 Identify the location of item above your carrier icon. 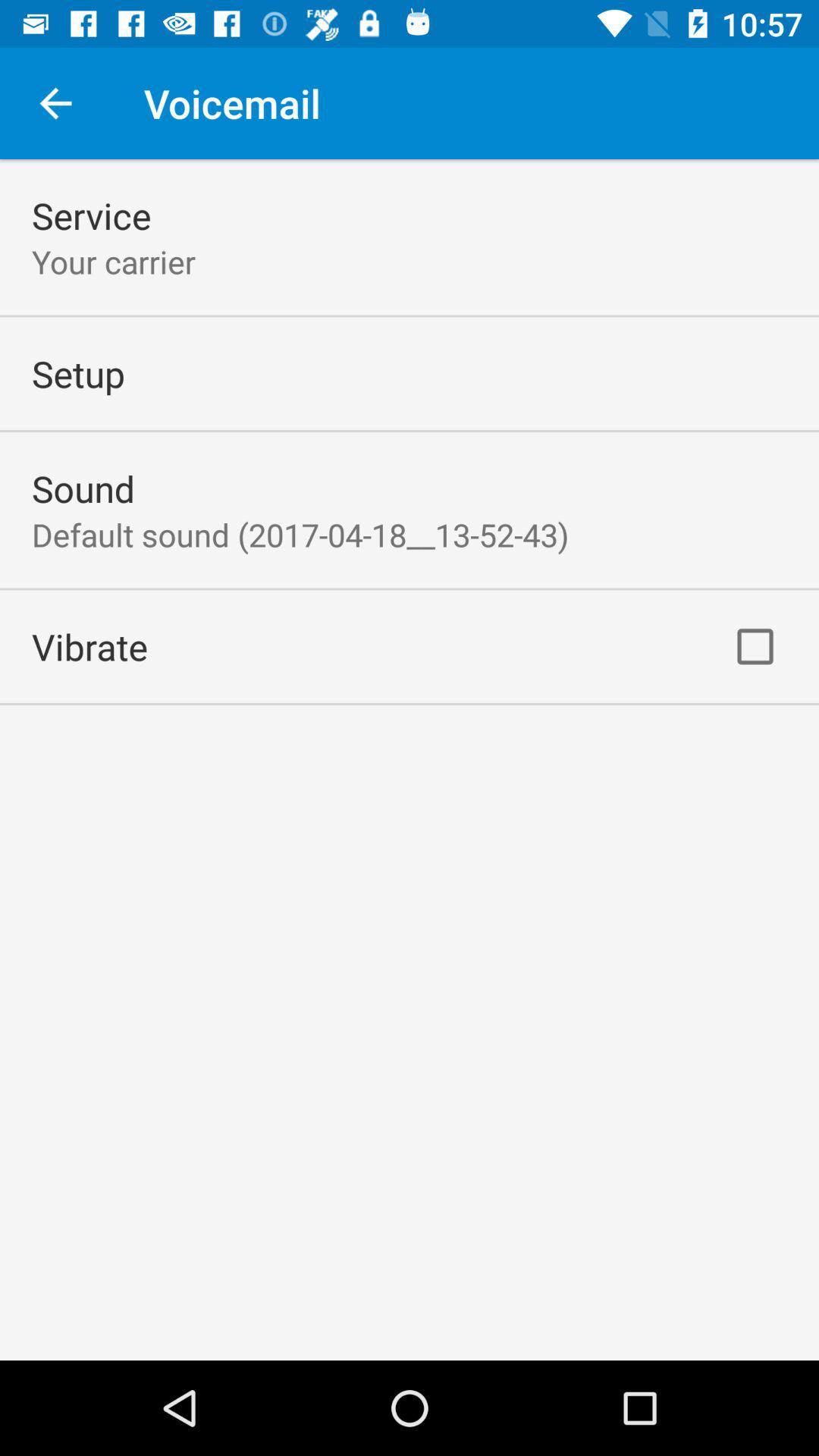
(91, 215).